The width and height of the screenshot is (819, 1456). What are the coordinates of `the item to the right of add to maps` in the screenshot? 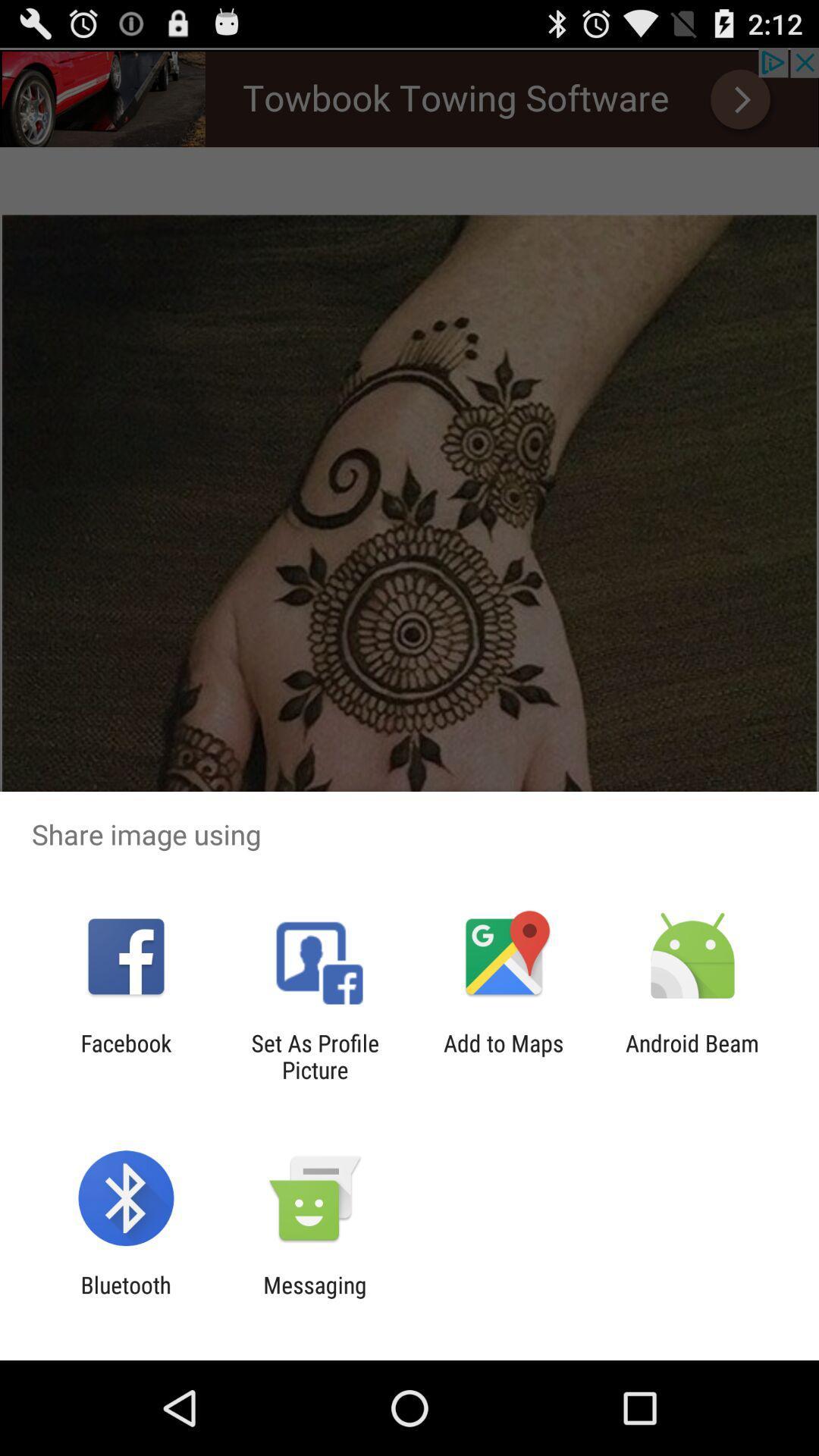 It's located at (692, 1056).